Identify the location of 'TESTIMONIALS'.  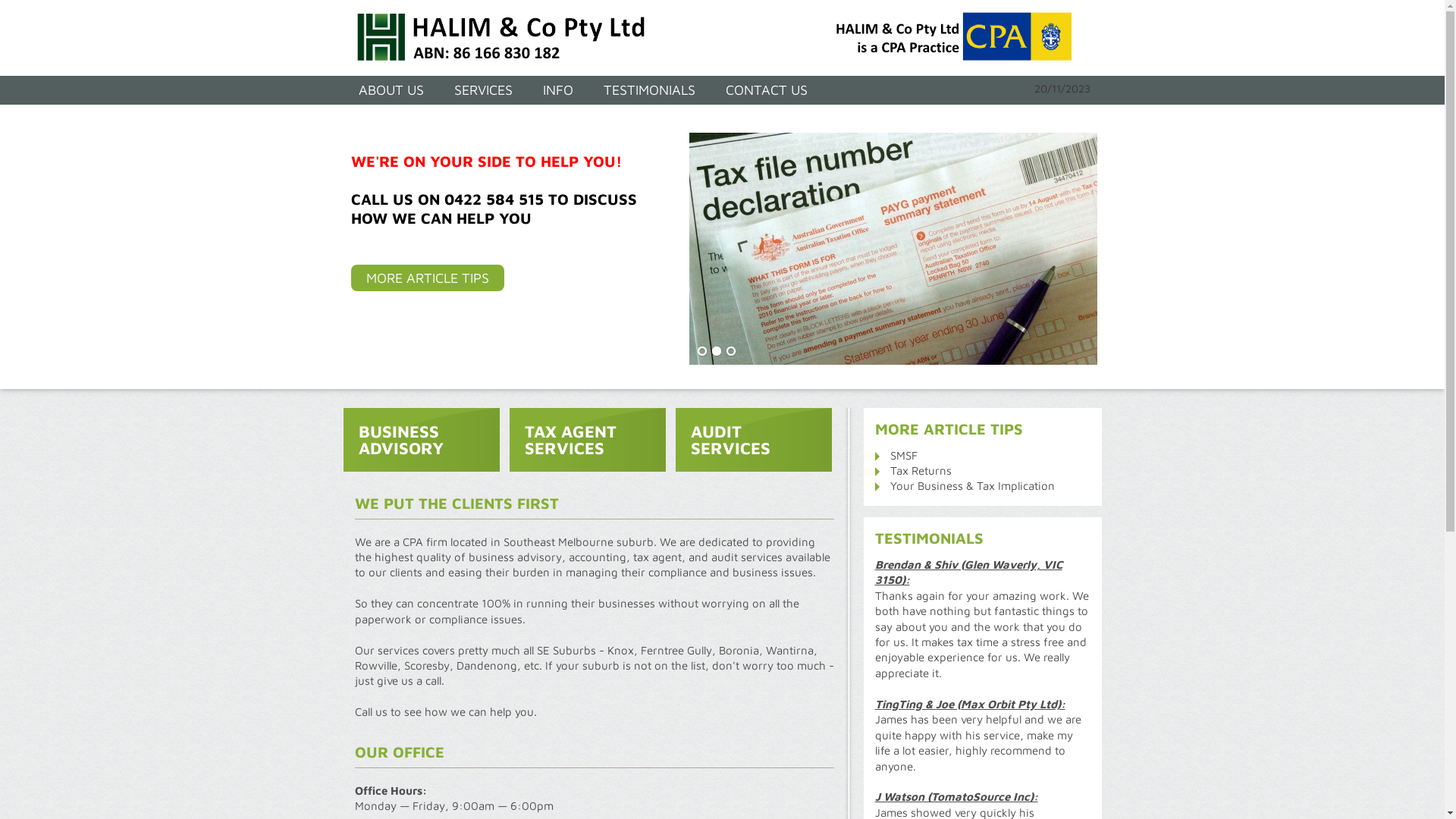
(649, 90).